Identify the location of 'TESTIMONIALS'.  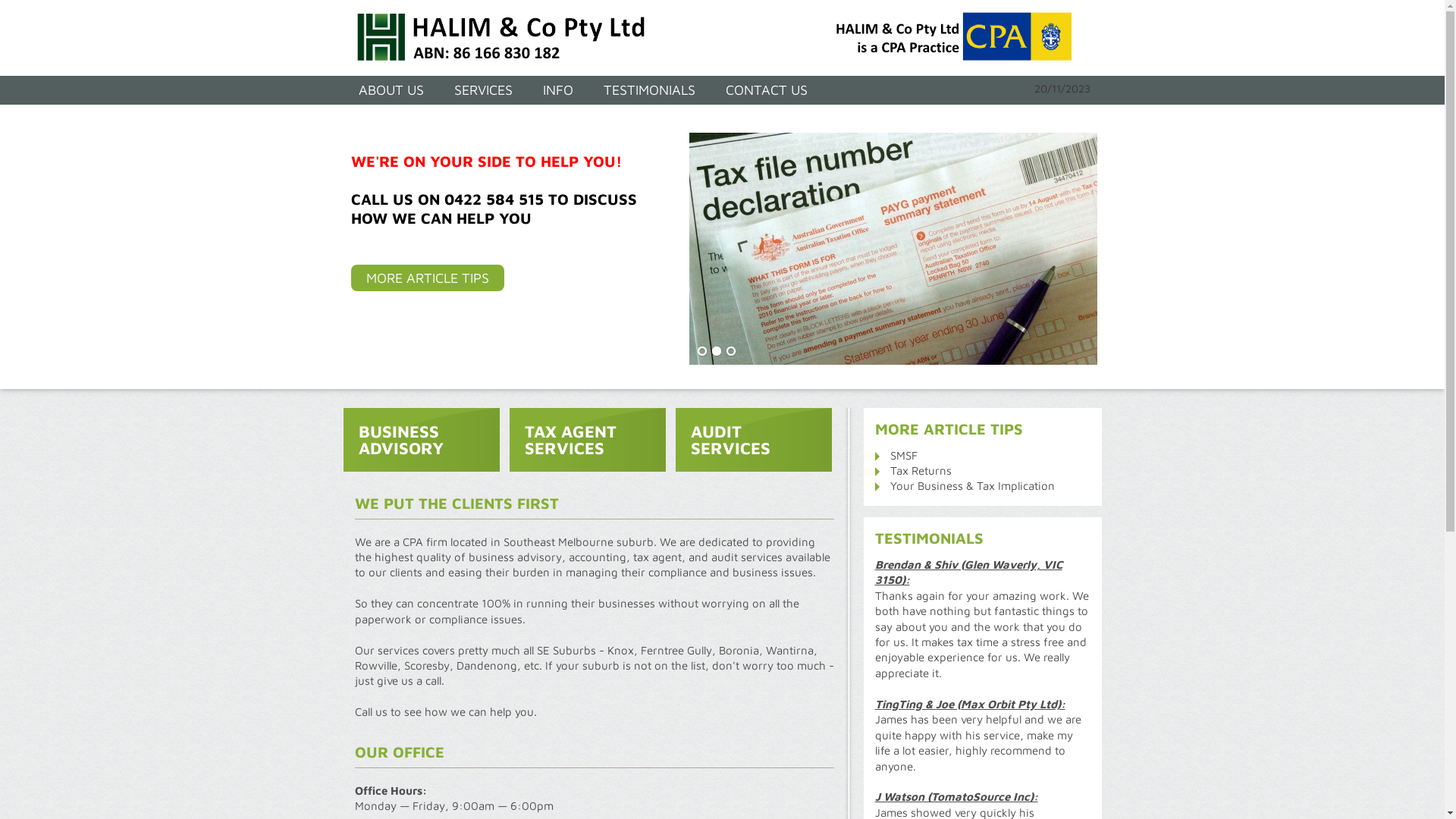
(649, 90).